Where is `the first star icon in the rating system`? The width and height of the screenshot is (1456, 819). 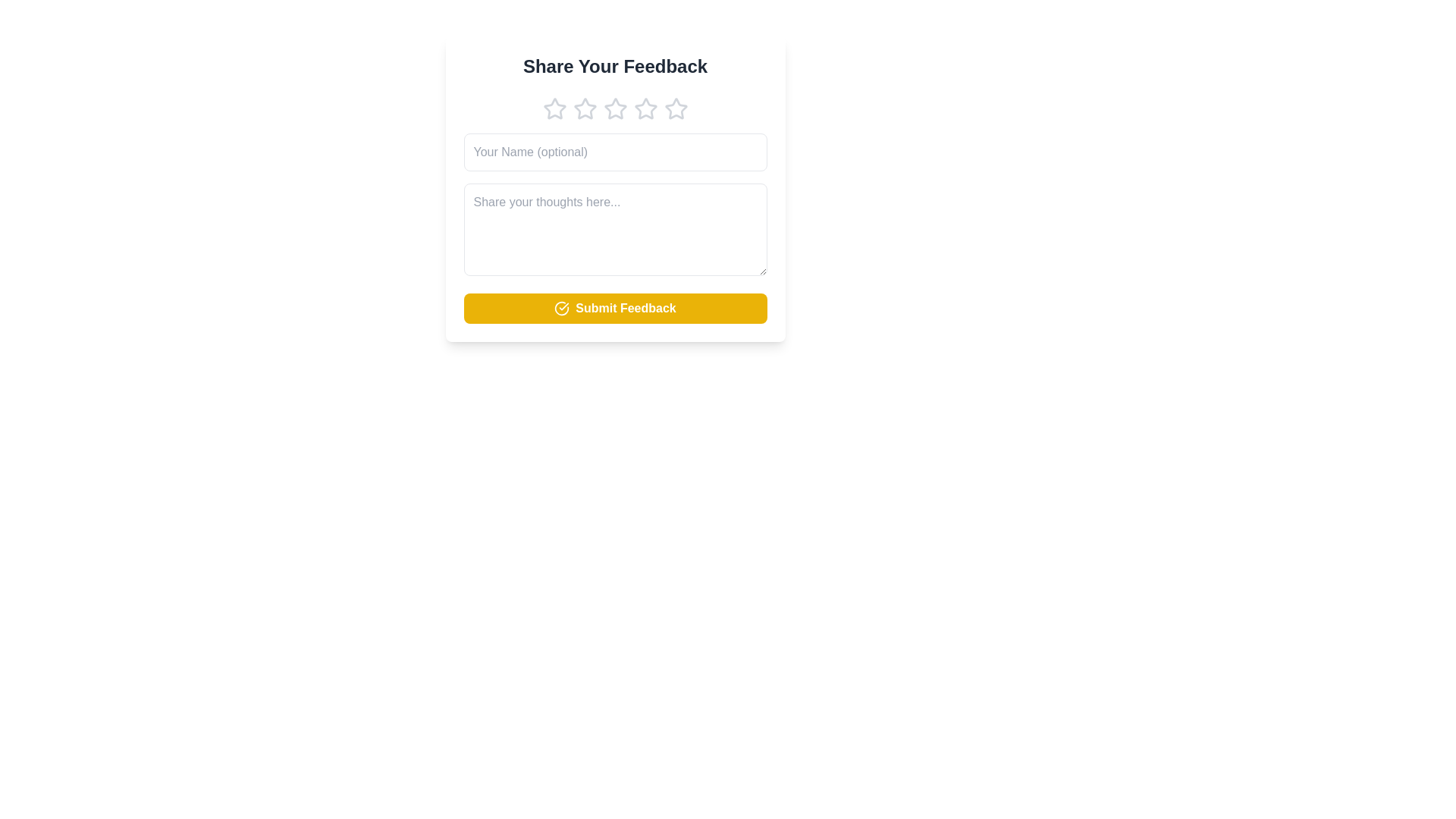
the first star icon in the rating system is located at coordinates (554, 108).